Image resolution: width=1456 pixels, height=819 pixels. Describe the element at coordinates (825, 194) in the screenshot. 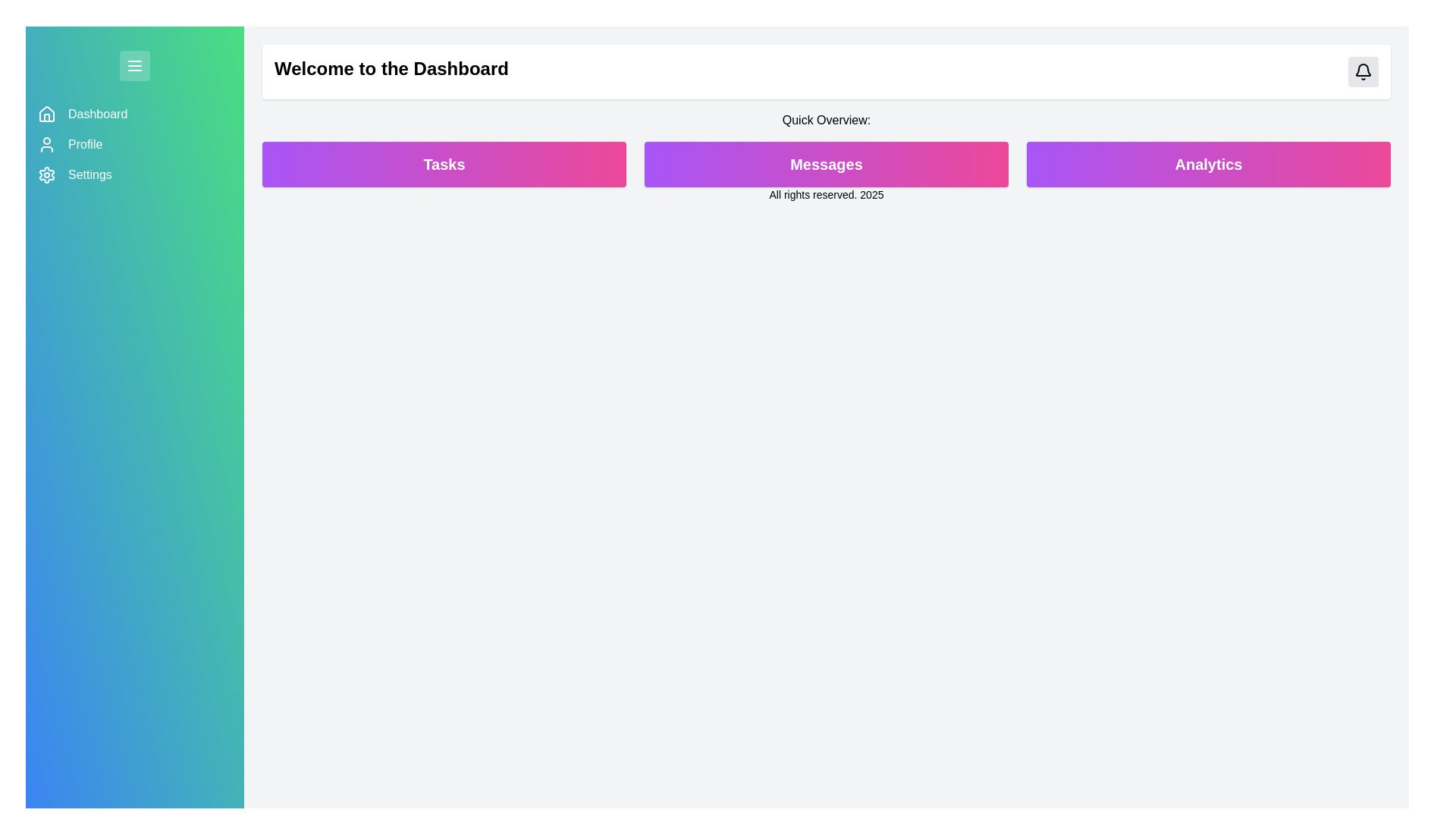

I see `the footer text displaying copyright information located at the bottom of the content section, below the cards labeled 'Tasks', 'Messages', and 'Analytics'` at that location.